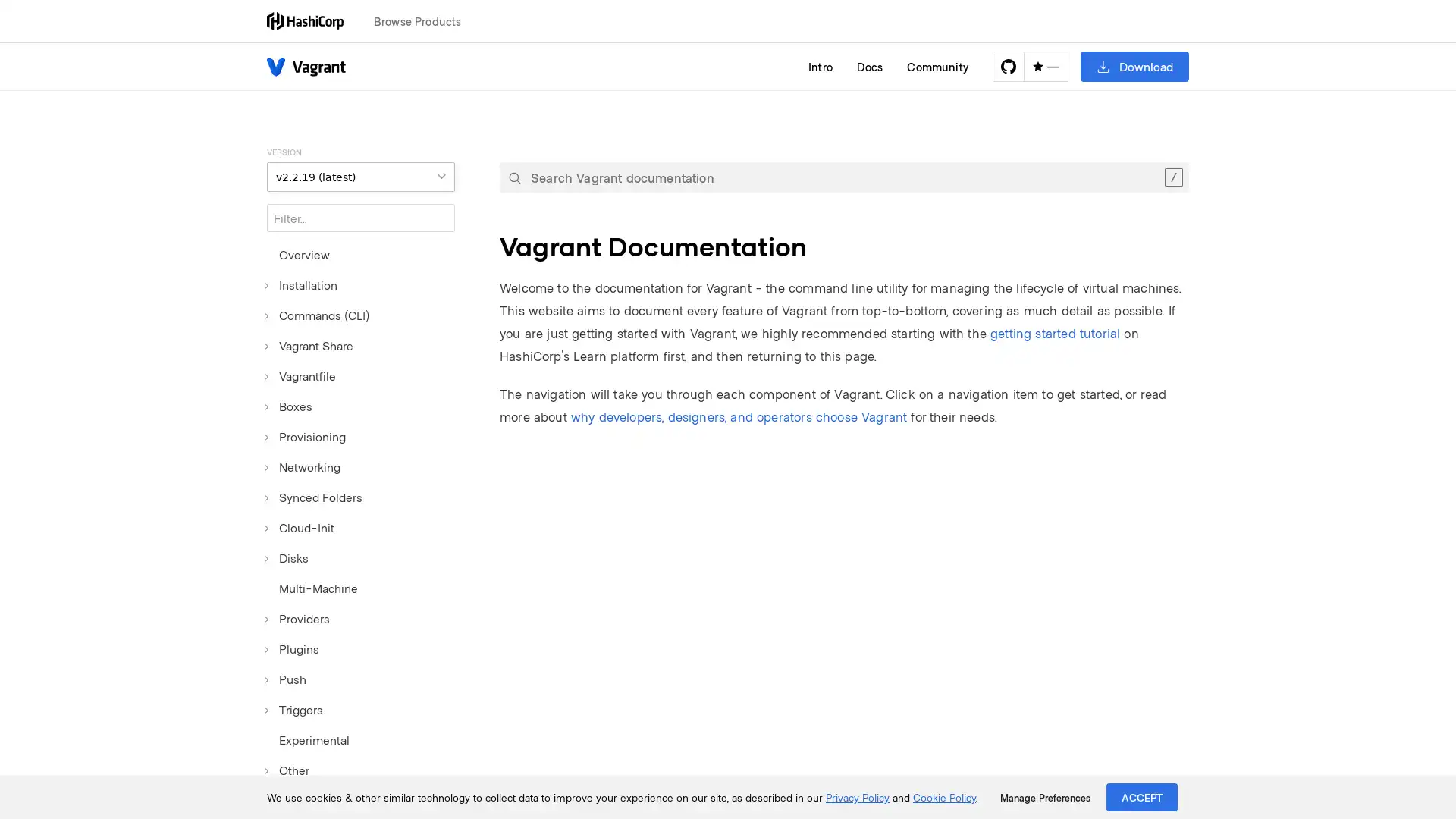  I want to click on Vagrantfile, so click(301, 375).